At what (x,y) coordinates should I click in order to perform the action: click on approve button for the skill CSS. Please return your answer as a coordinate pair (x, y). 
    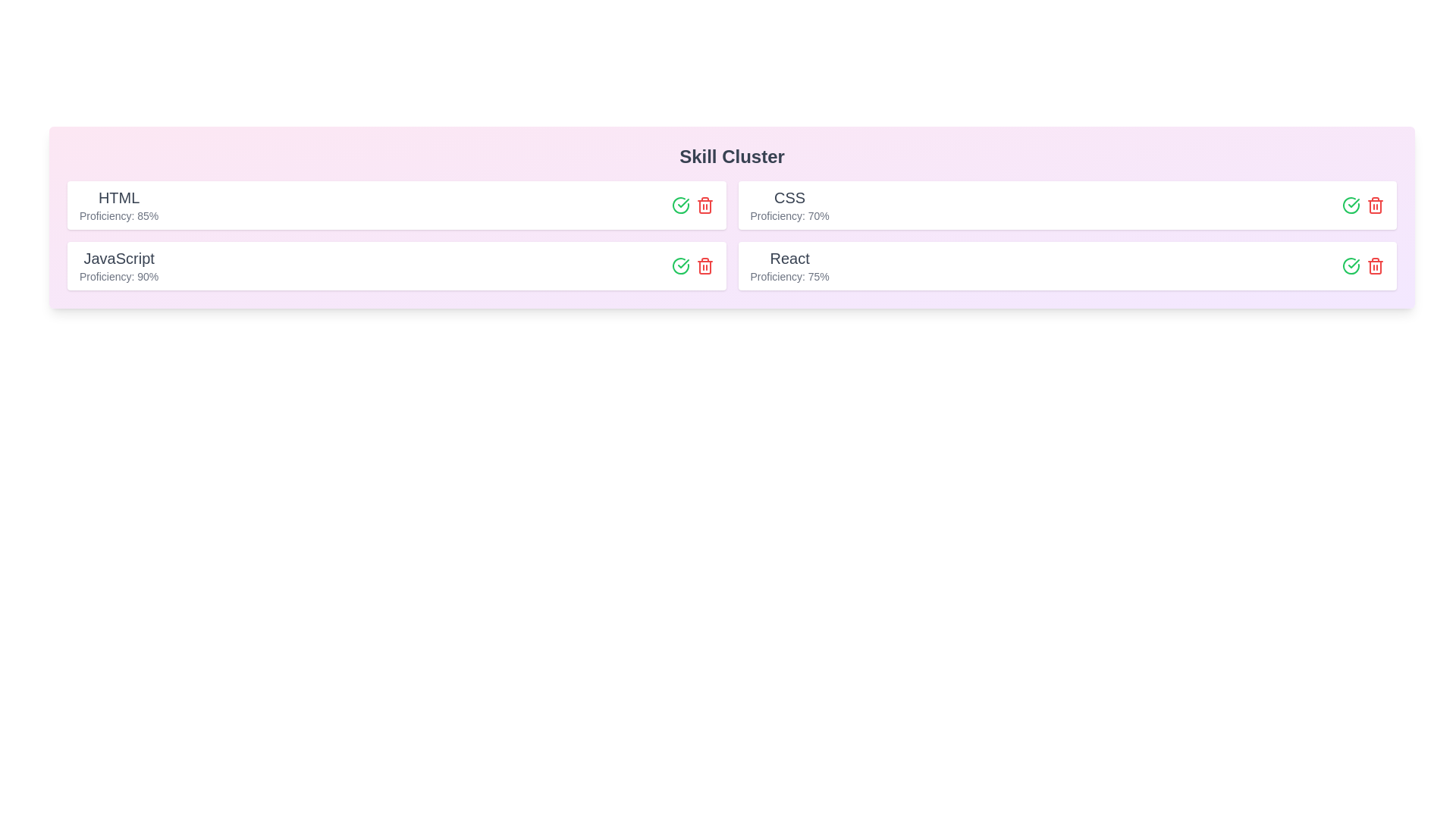
    Looking at the image, I should click on (1351, 205).